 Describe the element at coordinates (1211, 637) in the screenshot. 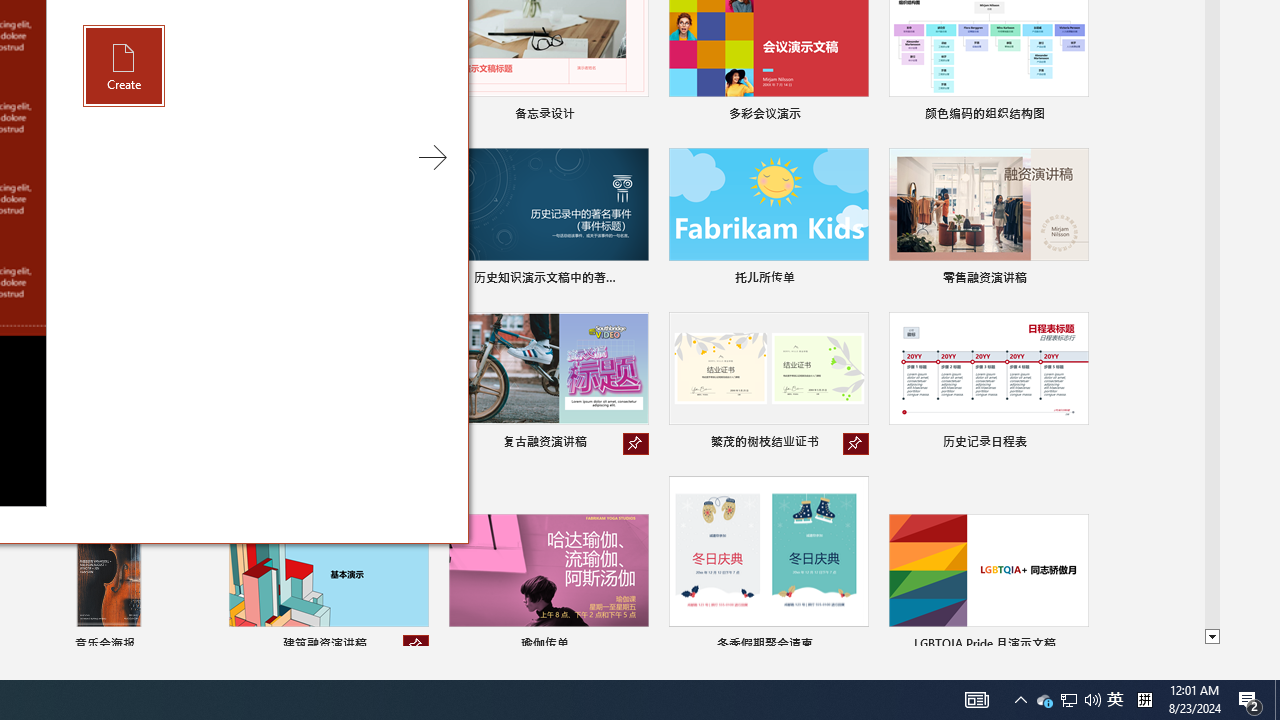

I see `'Line down'` at that location.